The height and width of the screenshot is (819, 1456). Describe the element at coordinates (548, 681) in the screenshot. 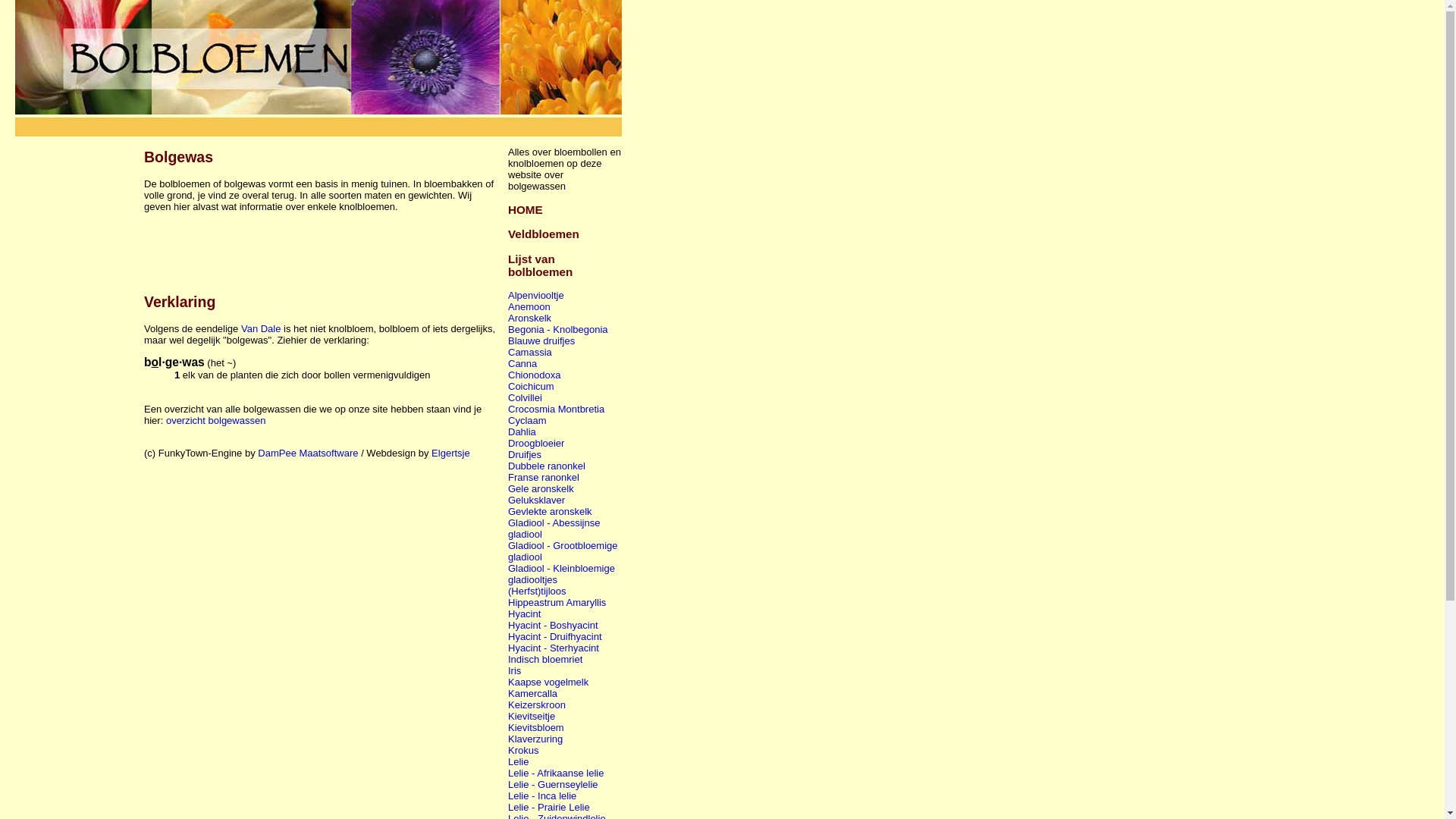

I see `'Kaapse vogelmelk'` at that location.